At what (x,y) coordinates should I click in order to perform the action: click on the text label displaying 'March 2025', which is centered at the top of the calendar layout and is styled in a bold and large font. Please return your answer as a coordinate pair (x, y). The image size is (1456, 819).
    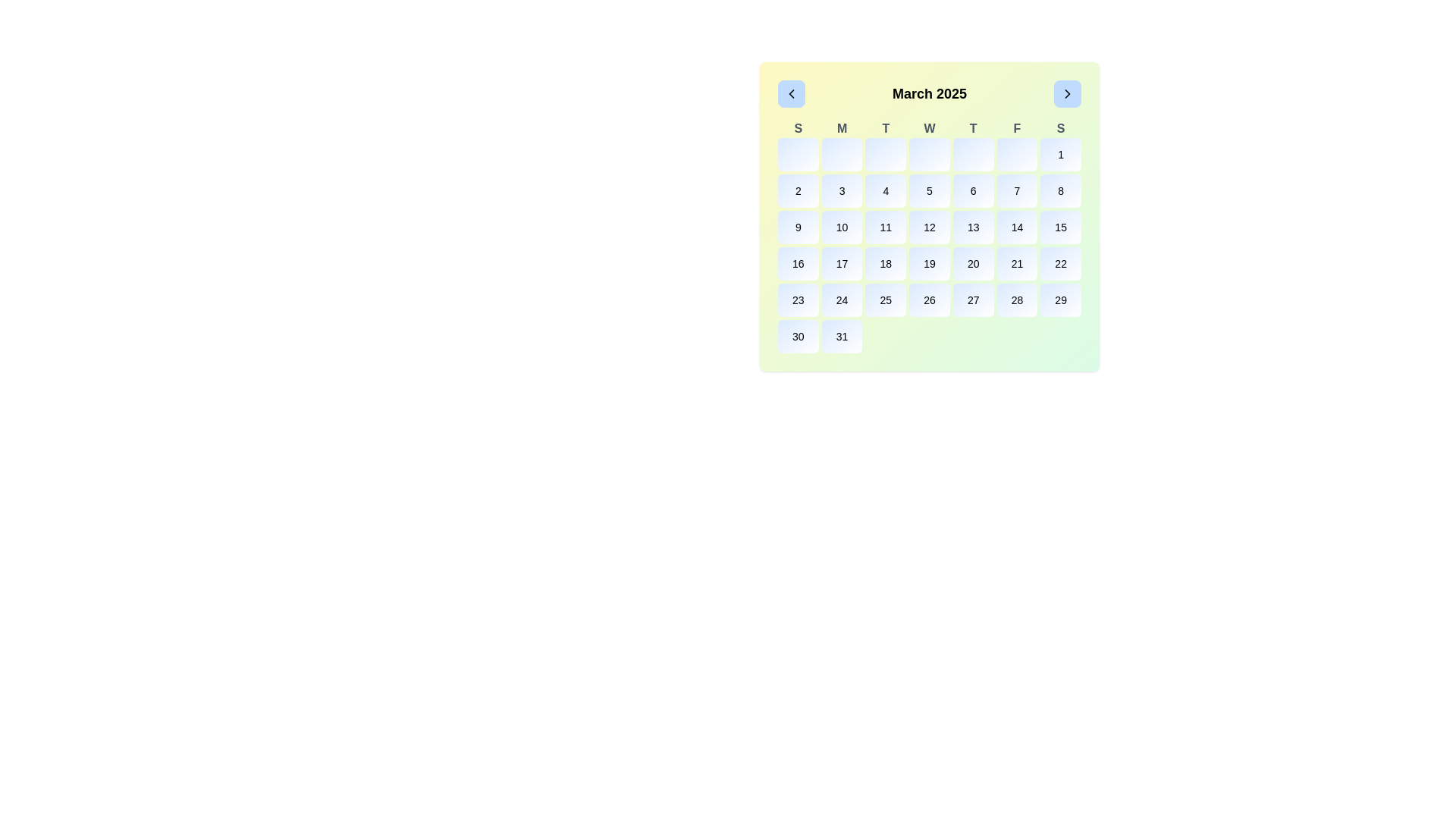
    Looking at the image, I should click on (928, 93).